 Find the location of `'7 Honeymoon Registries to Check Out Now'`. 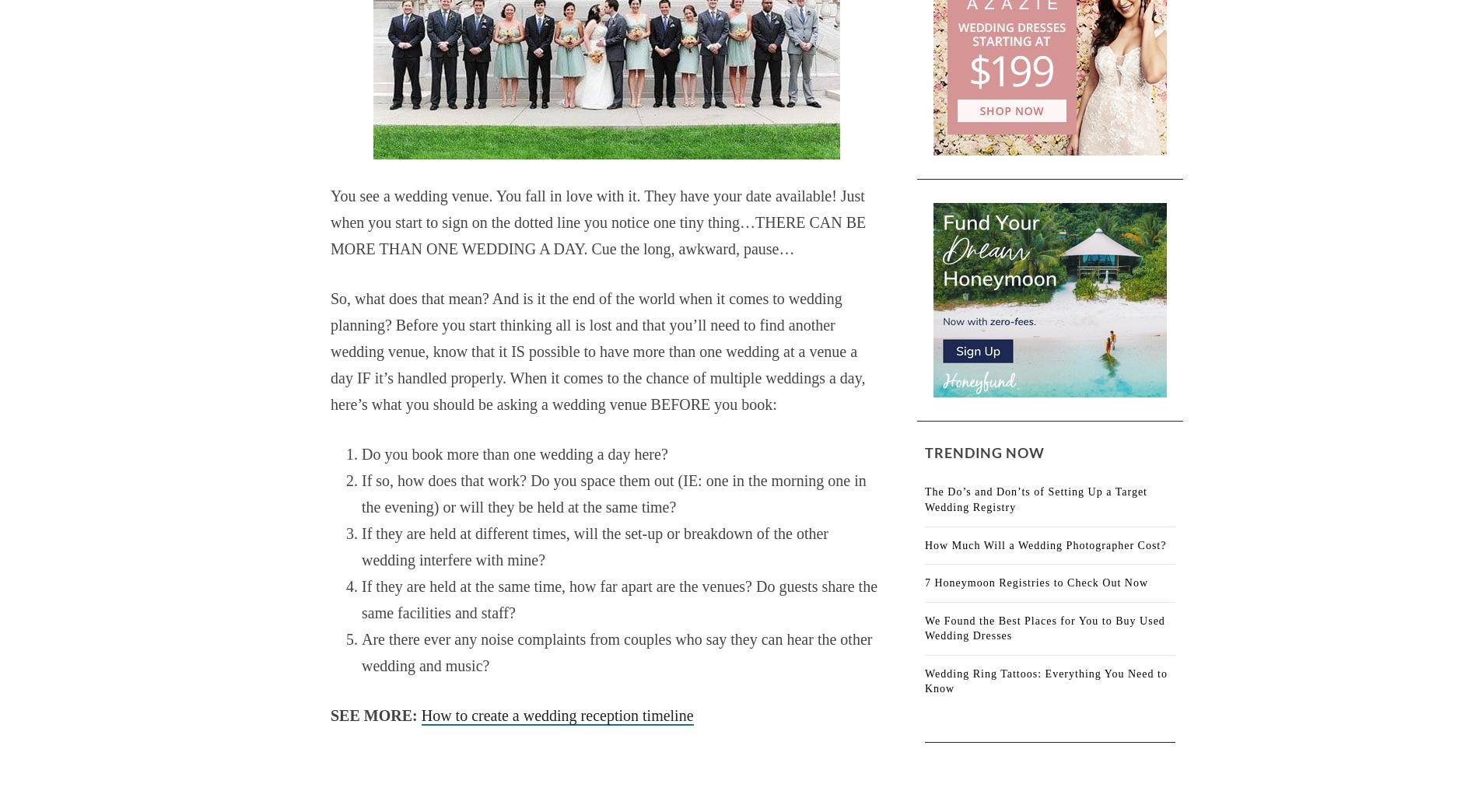

'7 Honeymoon Registries to Check Out Now' is located at coordinates (1035, 583).